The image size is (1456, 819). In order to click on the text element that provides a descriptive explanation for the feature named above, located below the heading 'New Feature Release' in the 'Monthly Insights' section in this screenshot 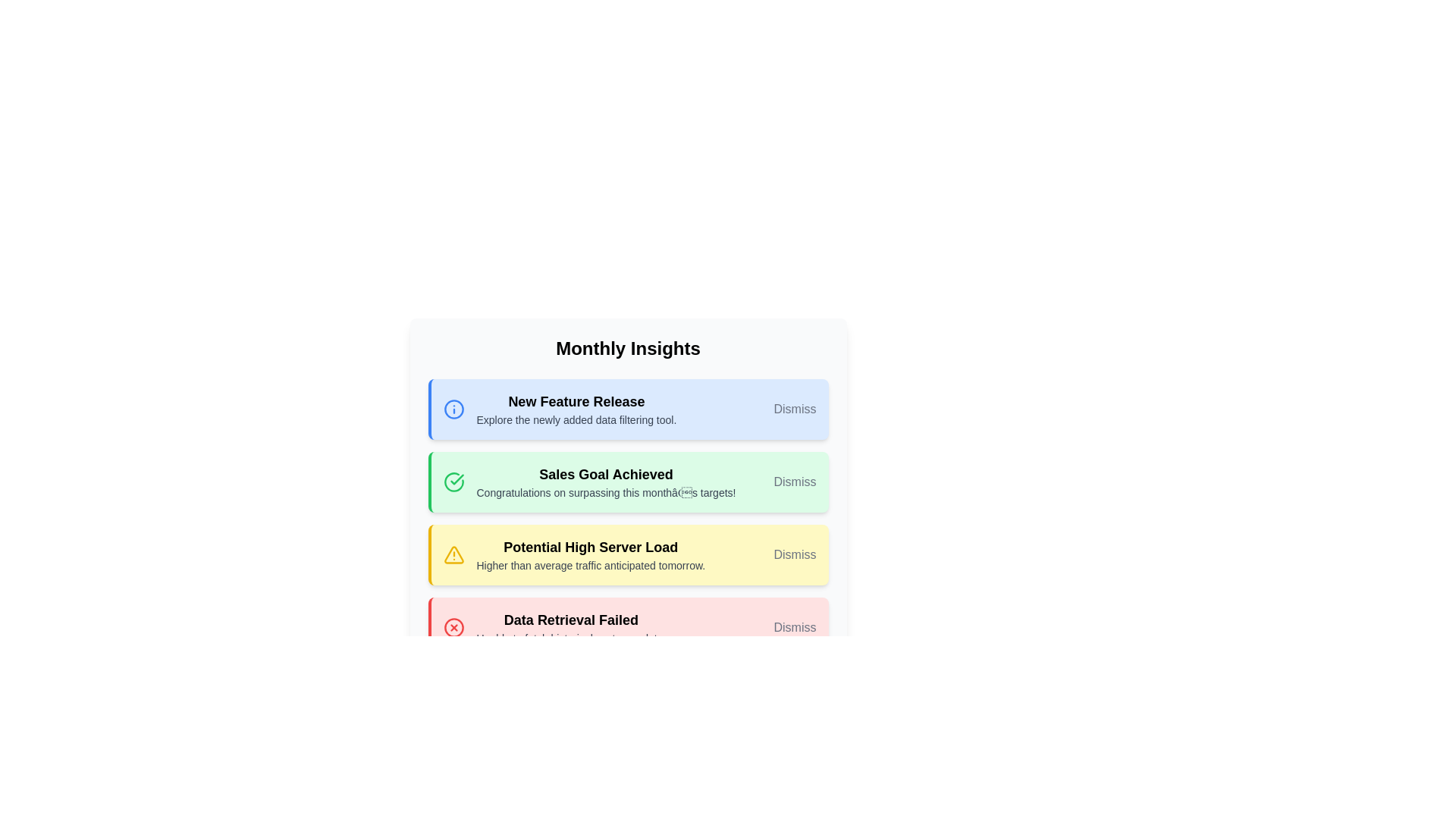, I will do `click(576, 420)`.